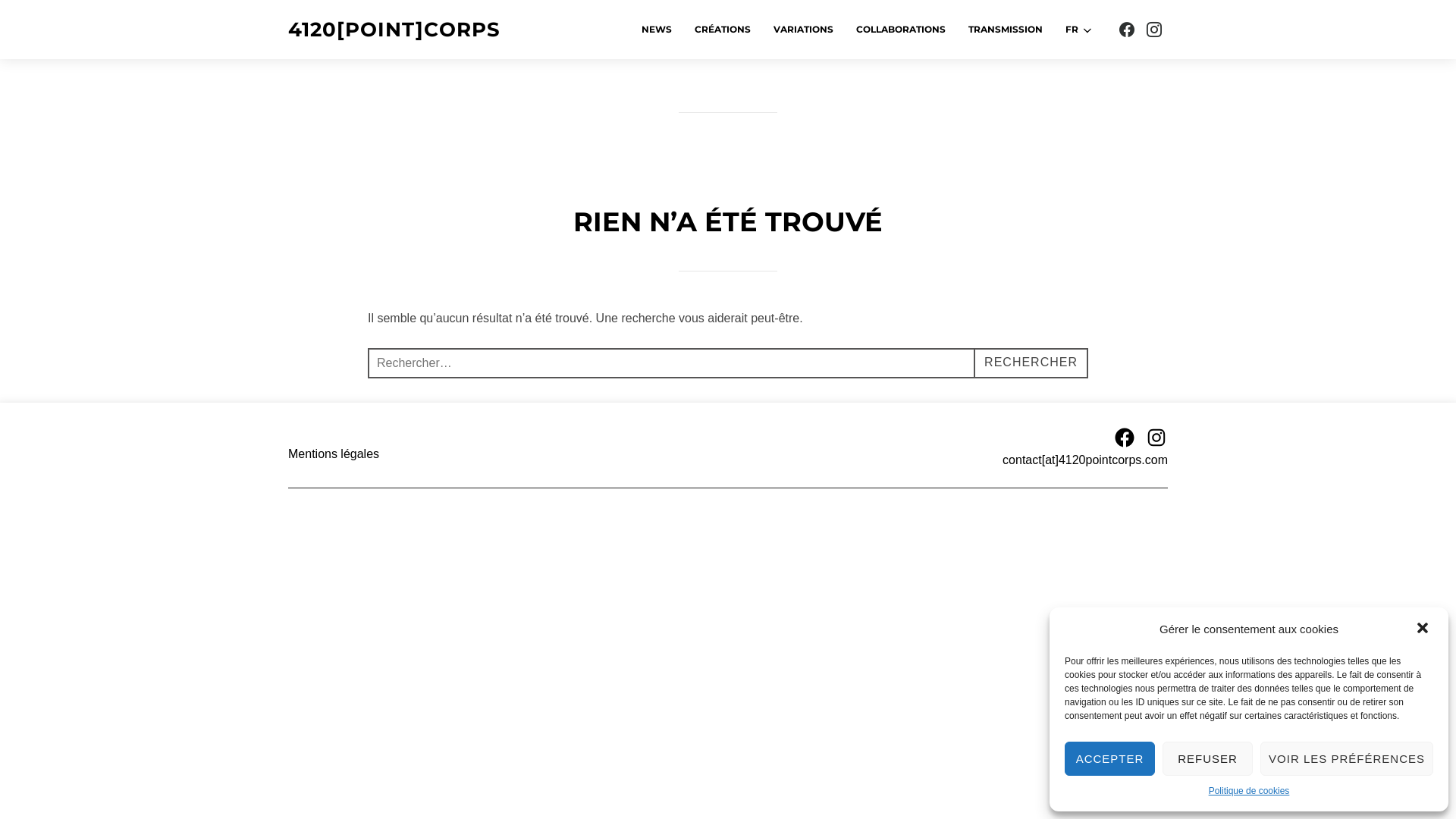 Image resolution: width=1456 pixels, height=819 pixels. Describe the element at coordinates (1156, 438) in the screenshot. I see `'Instagram'` at that location.